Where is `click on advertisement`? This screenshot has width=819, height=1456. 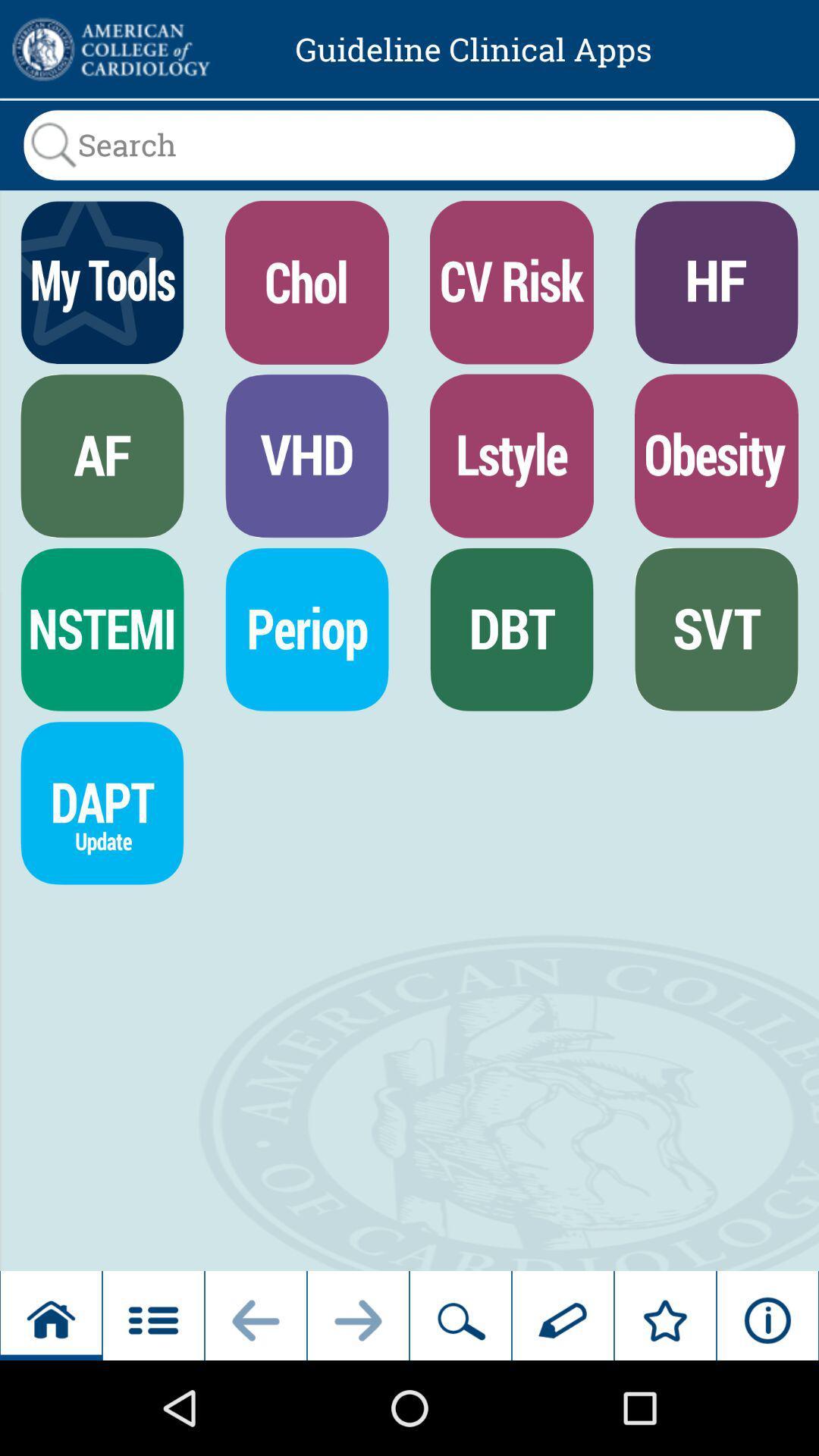
click on advertisement is located at coordinates (109, 49).